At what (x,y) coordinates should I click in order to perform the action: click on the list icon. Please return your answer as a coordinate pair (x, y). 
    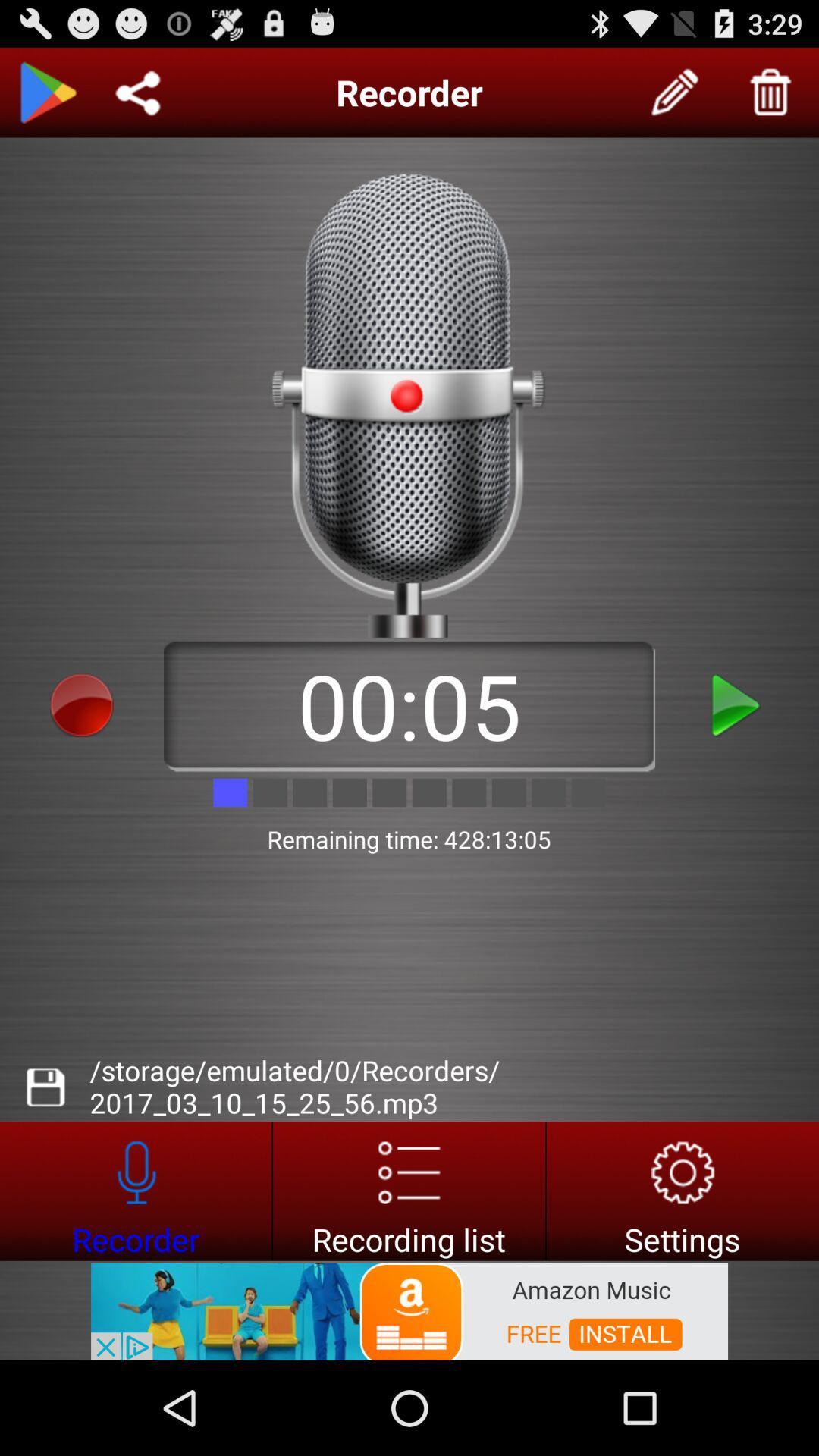
    Looking at the image, I should click on (408, 1274).